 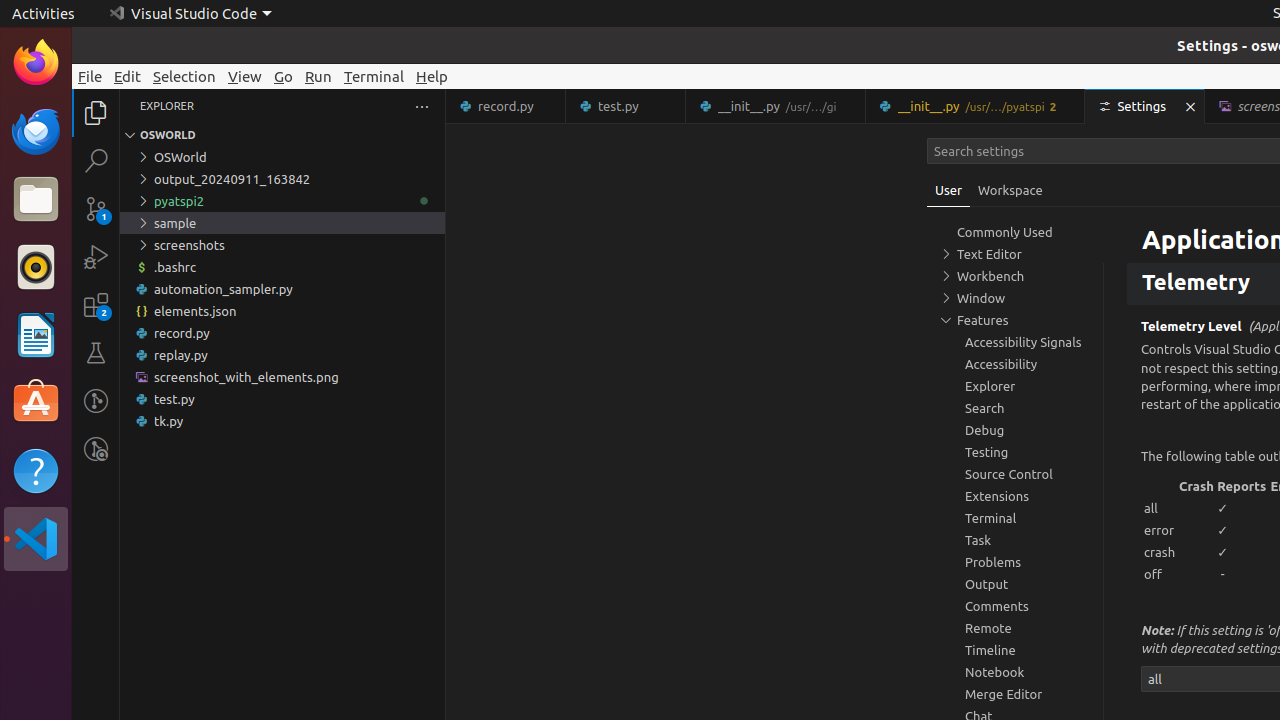 I want to click on 'sample', so click(x=281, y=222).